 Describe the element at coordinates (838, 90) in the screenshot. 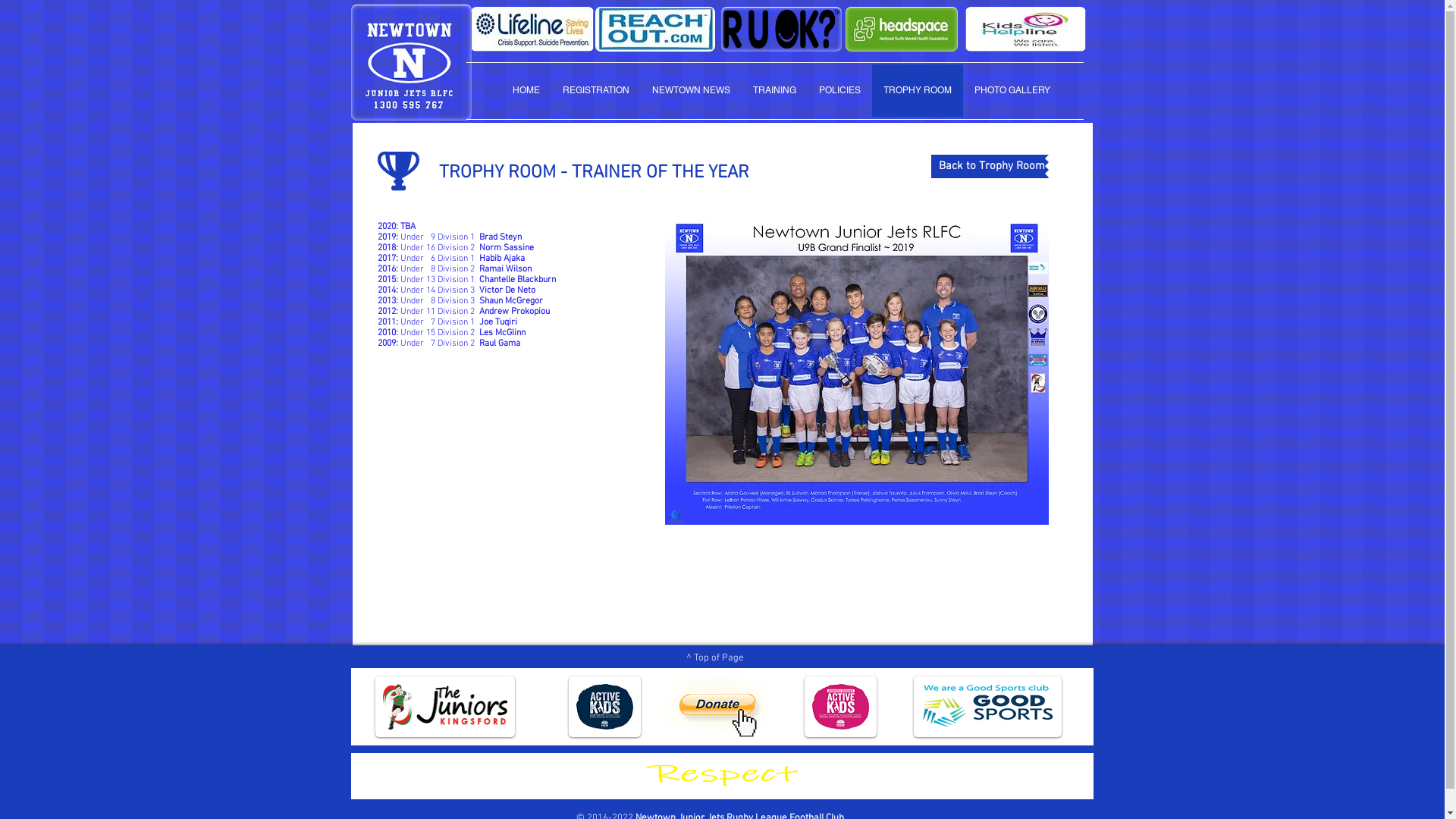

I see `'POLICIES'` at that location.